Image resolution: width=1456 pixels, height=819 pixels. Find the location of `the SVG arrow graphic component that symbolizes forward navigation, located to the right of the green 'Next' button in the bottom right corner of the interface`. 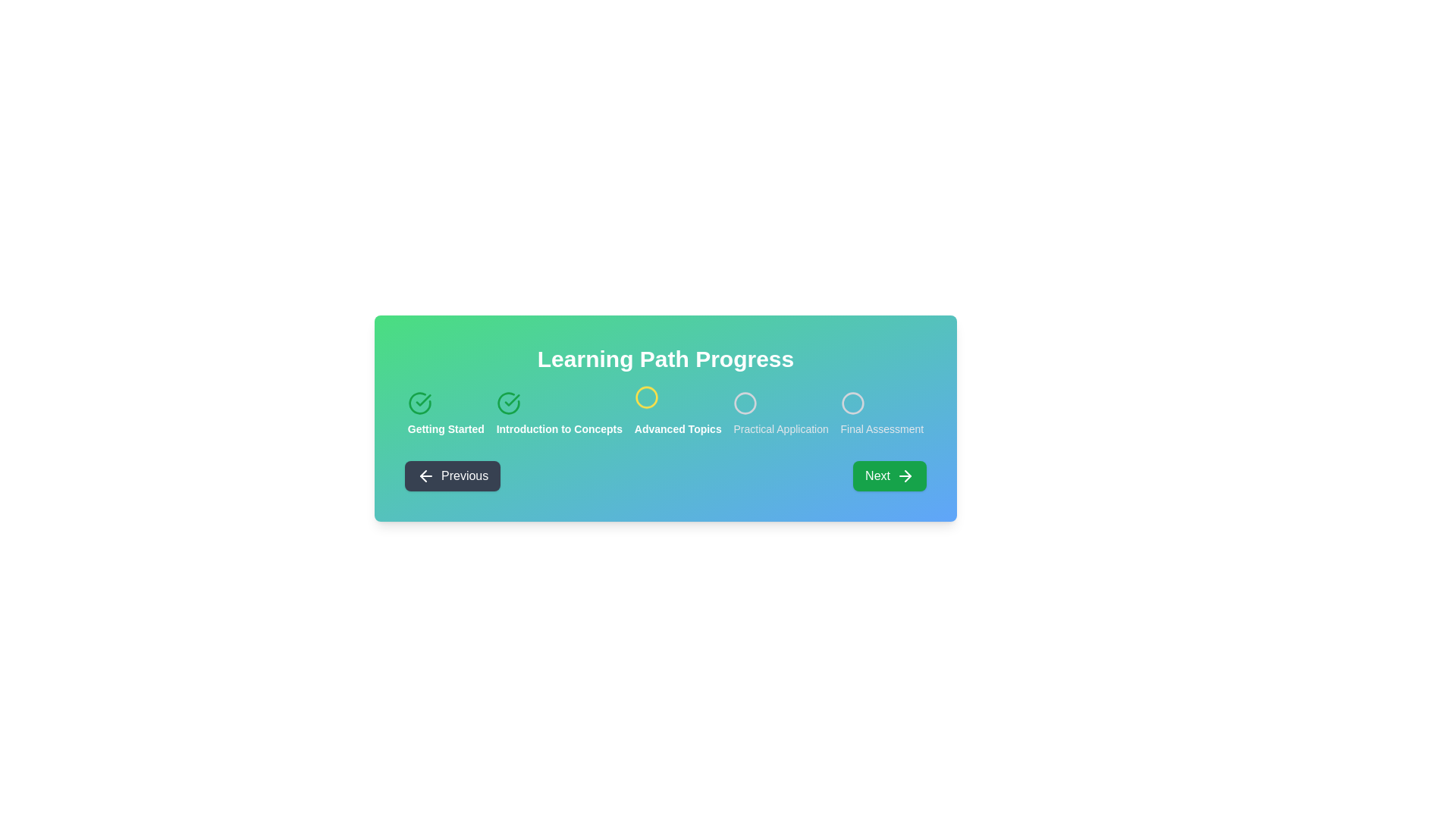

the SVG arrow graphic component that symbolizes forward navigation, located to the right of the green 'Next' button in the bottom right corner of the interface is located at coordinates (908, 475).